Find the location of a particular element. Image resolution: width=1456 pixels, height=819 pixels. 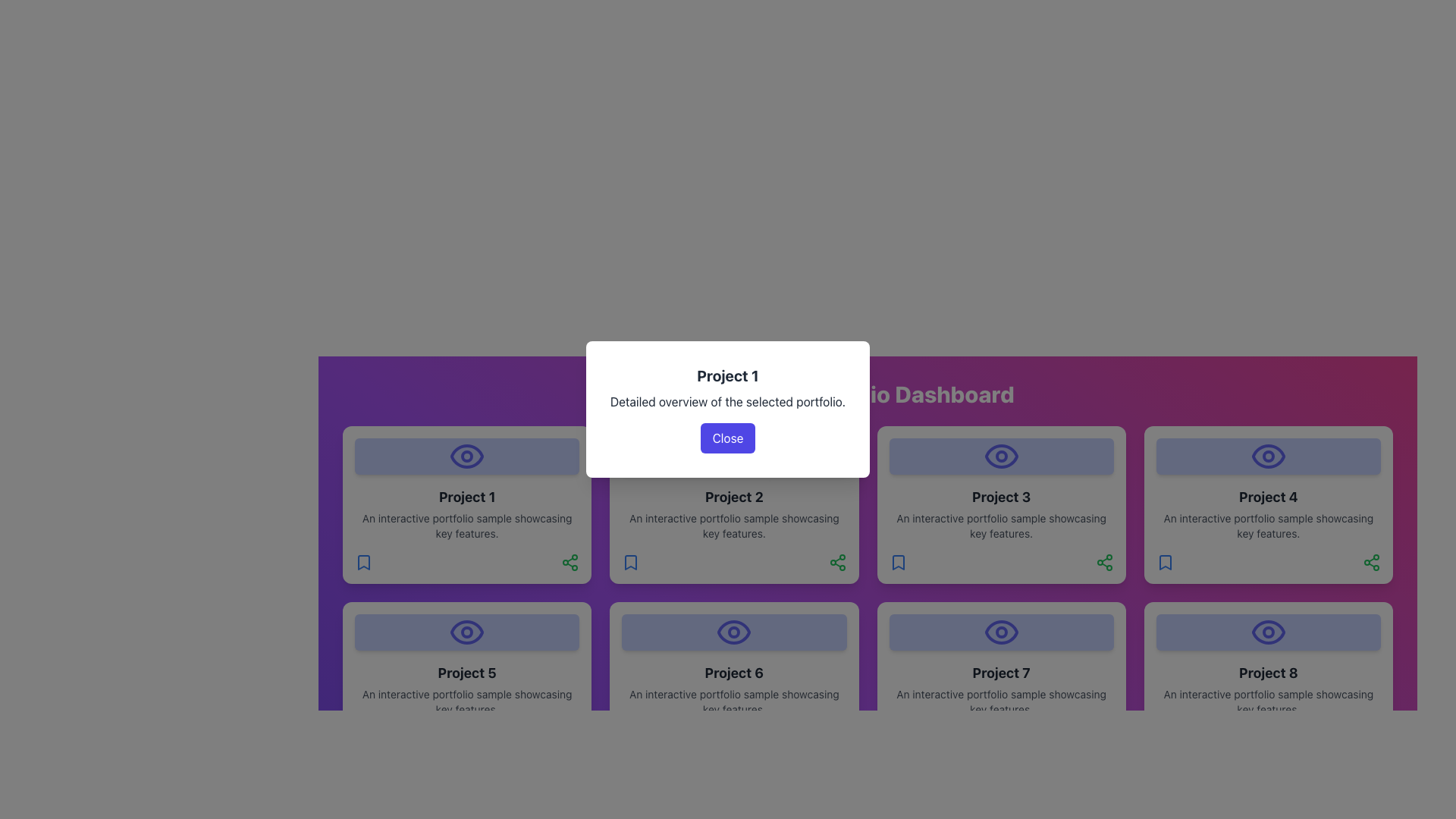

the icon representing the view functionality for 'Project 4', located at the center above the title text of the project tile is located at coordinates (1268, 455).